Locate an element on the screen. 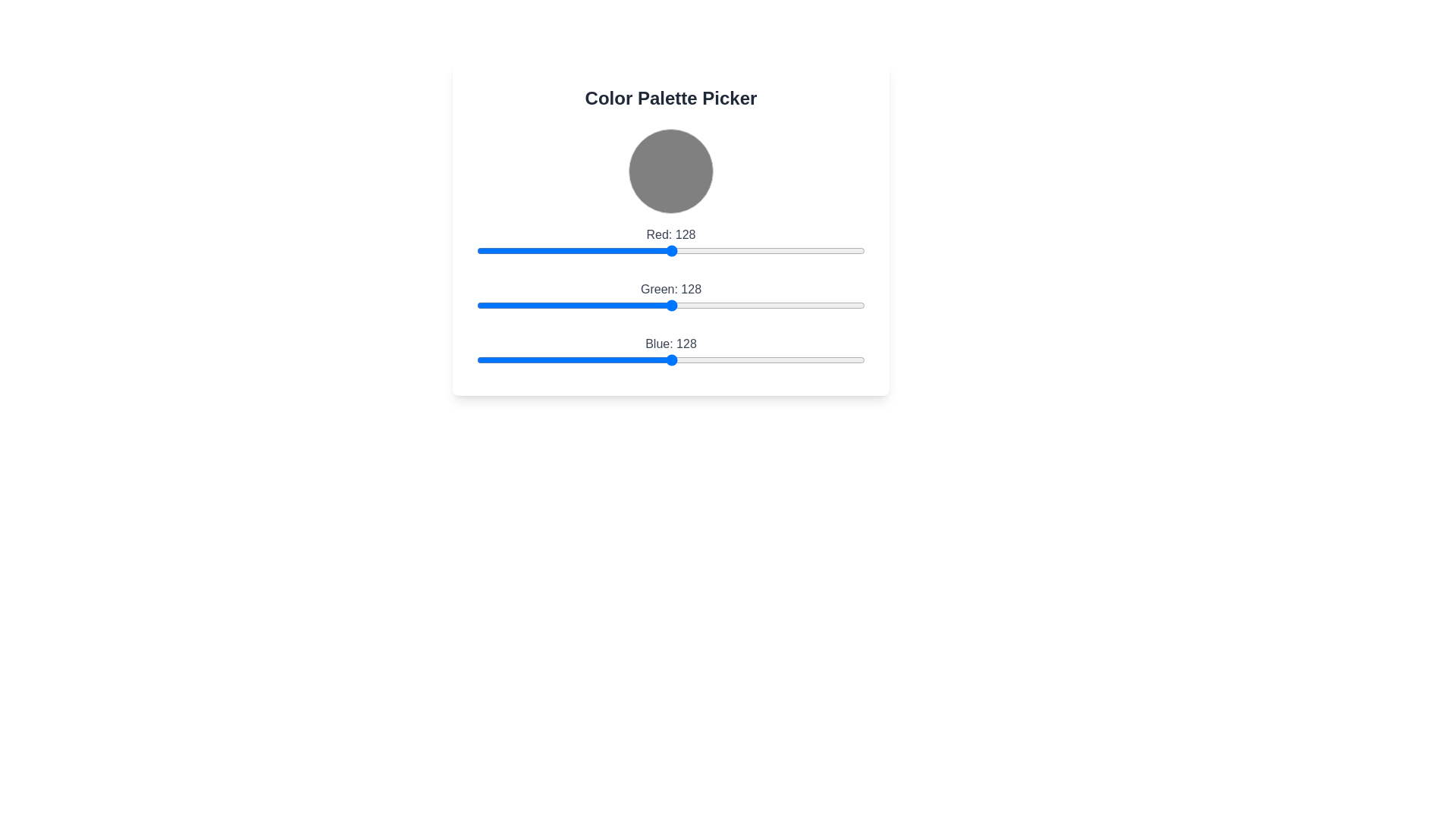 Image resolution: width=1456 pixels, height=819 pixels. the color preview displayed above the interactive sliders for controlling RGB values to verify any changes made by dragging the sliders is located at coordinates (670, 228).